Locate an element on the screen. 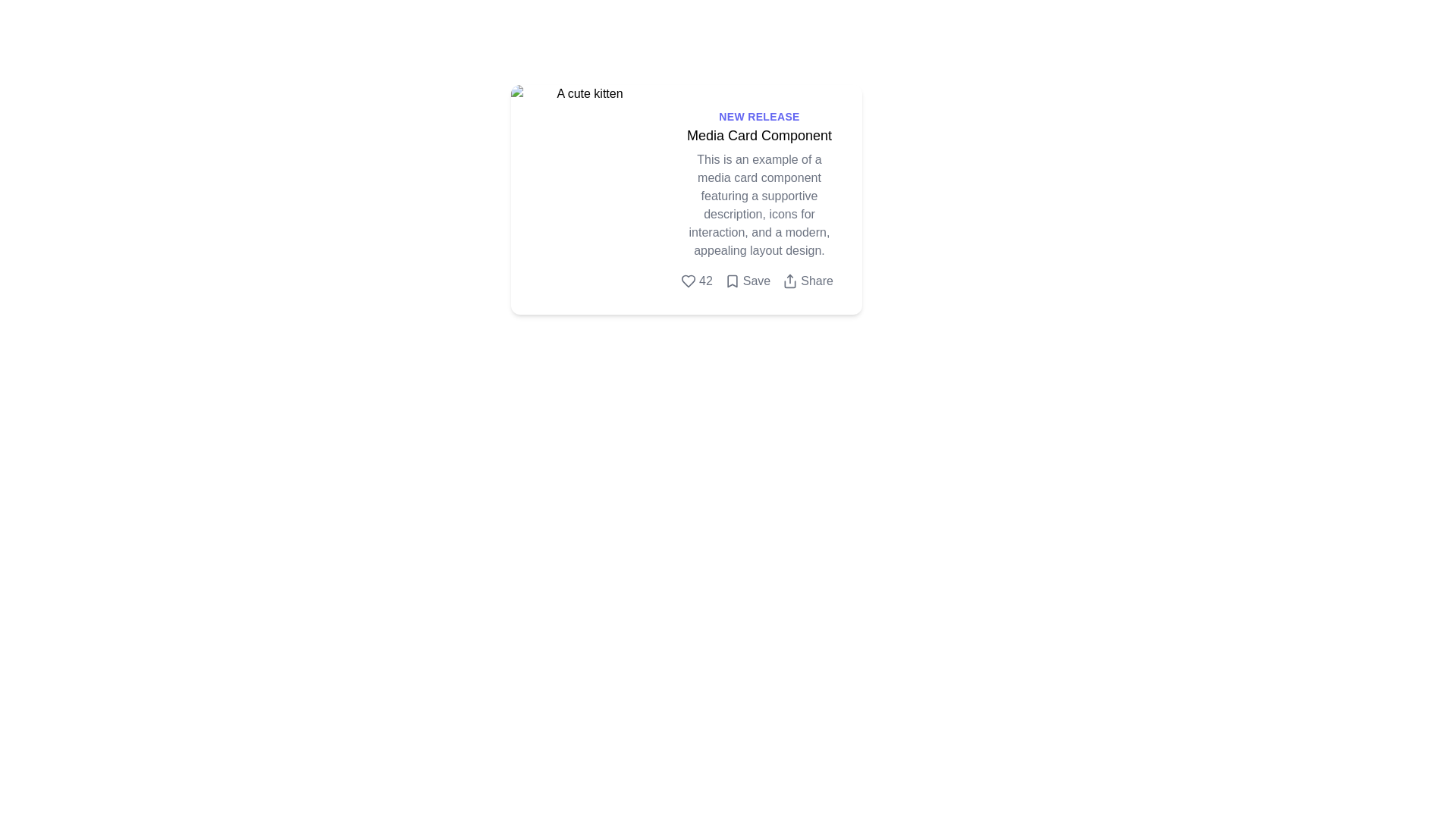  the bookmark icon represented by a classic bookmark shape in the lower middle section of the card interface is located at coordinates (732, 281).